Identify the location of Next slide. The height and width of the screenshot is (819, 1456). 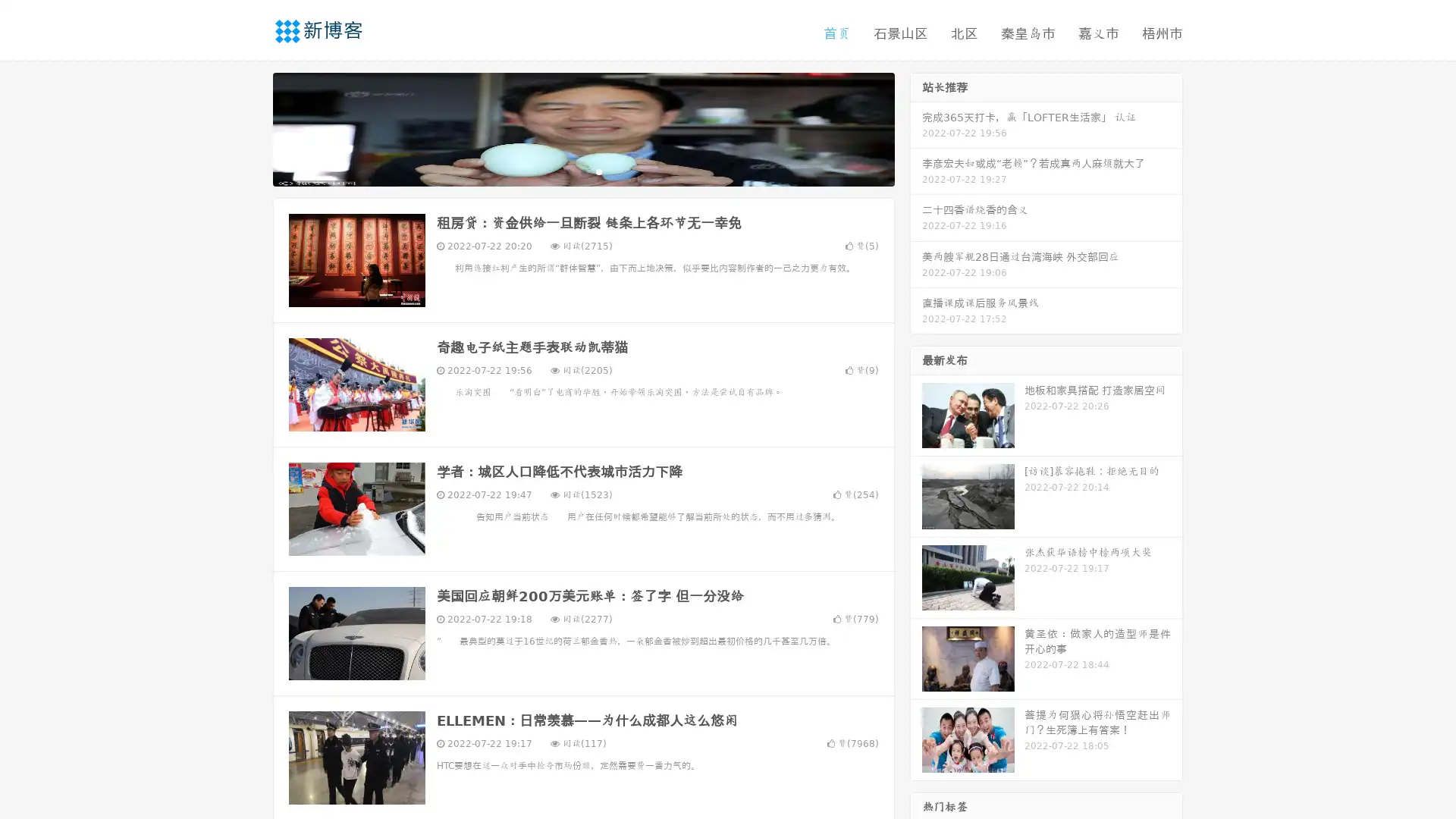
(916, 127).